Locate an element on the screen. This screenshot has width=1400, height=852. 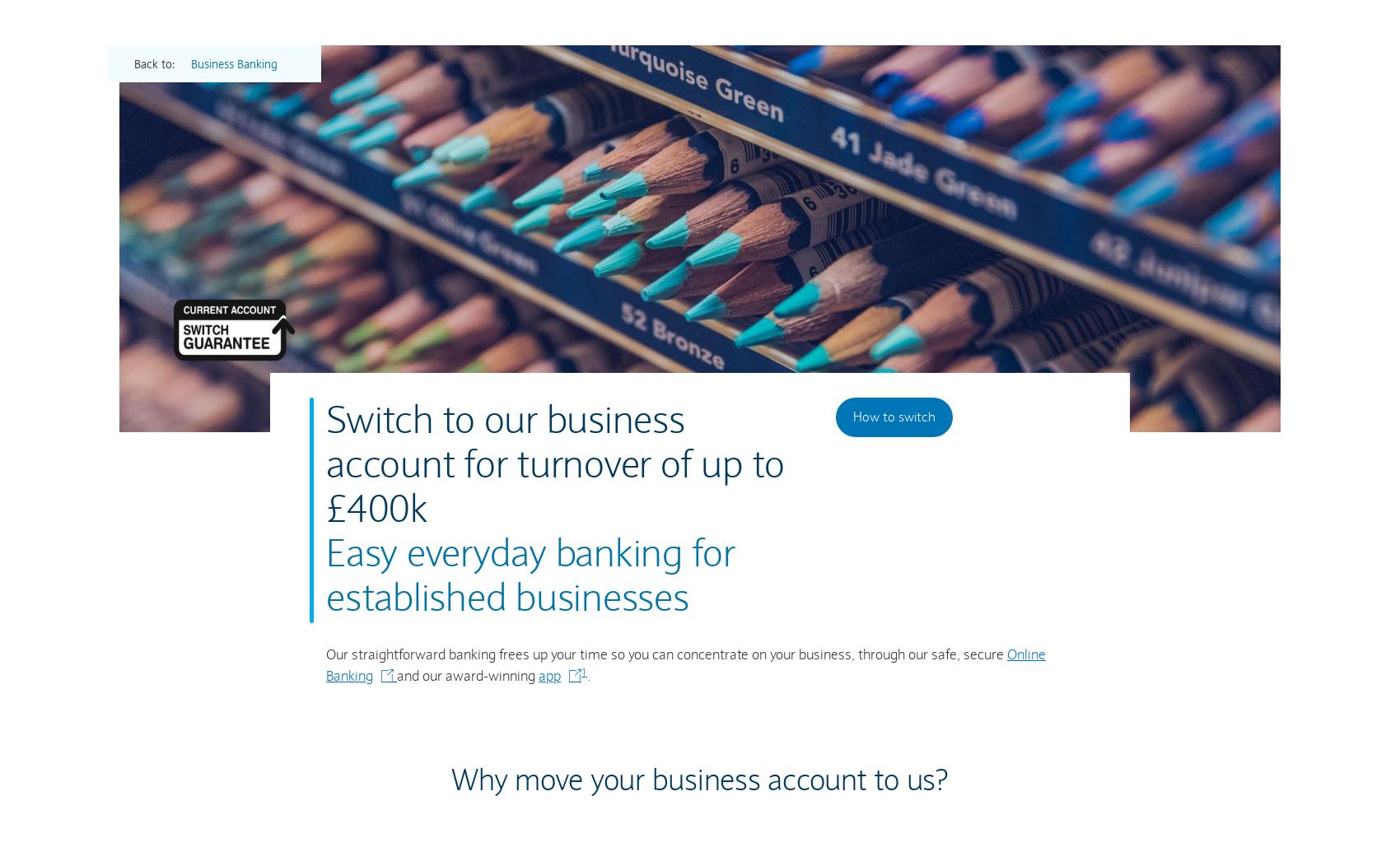
'Important information' is located at coordinates (562, 457).